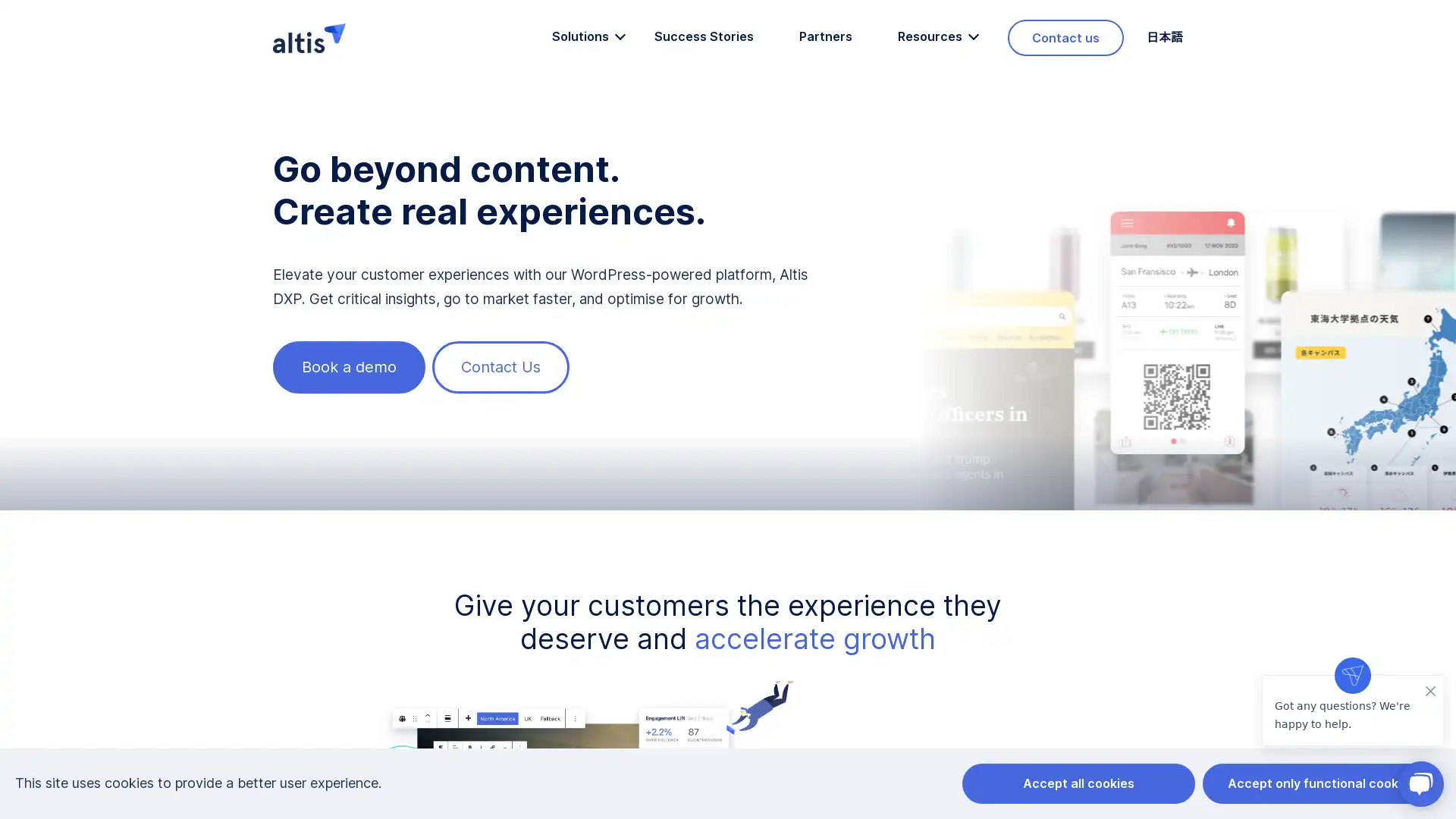 The width and height of the screenshot is (1456, 819). What do you see at coordinates (1077, 783) in the screenshot?
I see `Accept all cookies` at bounding box center [1077, 783].